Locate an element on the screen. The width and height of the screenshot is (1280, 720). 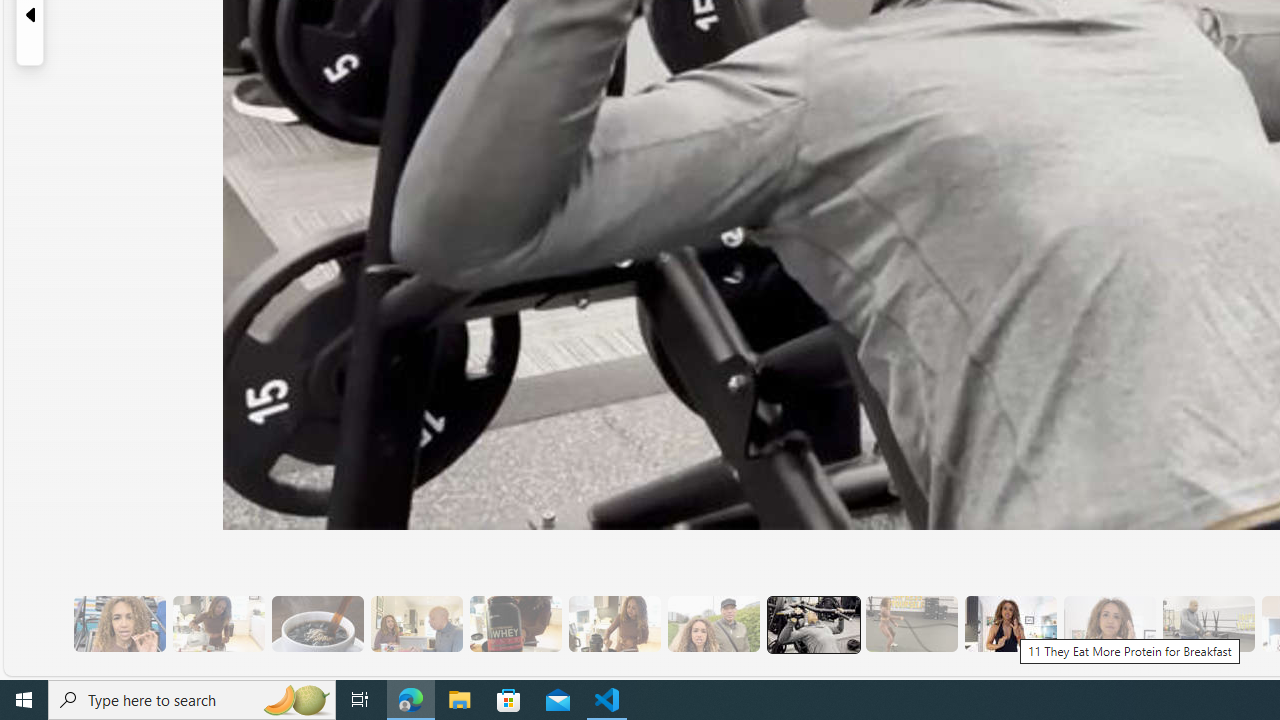
'8 Be Mindful of Coffee' is located at coordinates (316, 623).